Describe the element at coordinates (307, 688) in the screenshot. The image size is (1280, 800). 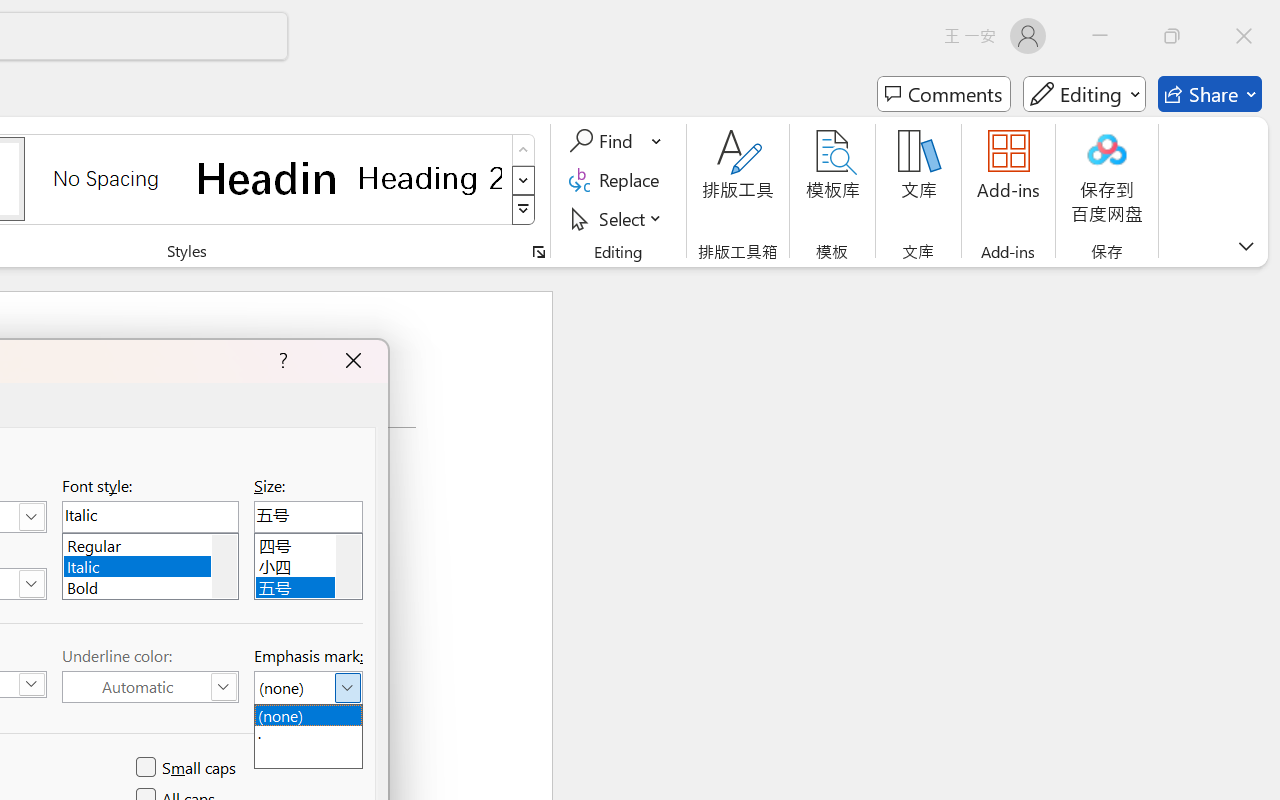
I see `'Emphasis mark:'` at that location.